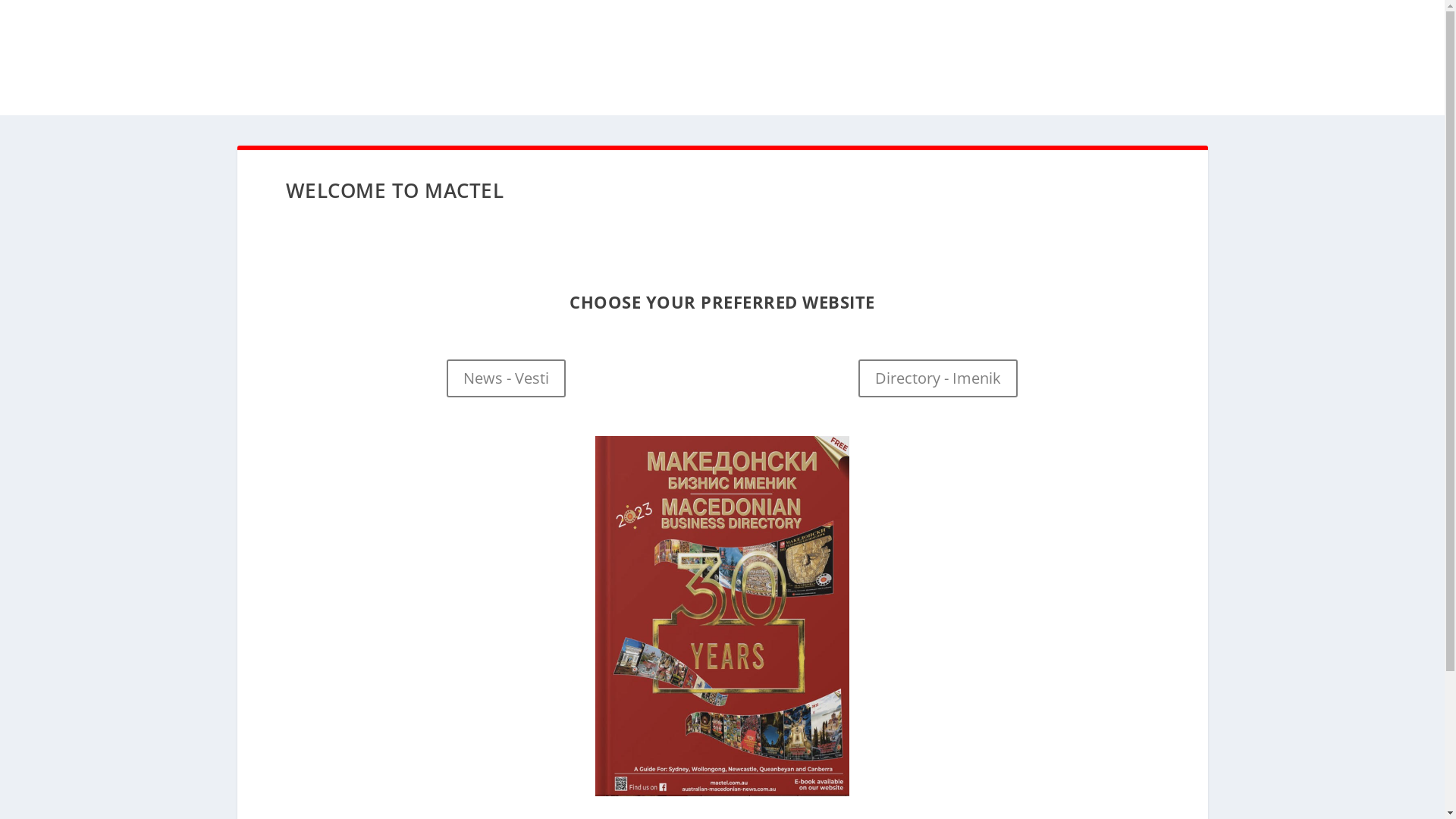 The image size is (1456, 819). What do you see at coordinates (506, 377) in the screenshot?
I see `'News - Vesti'` at bounding box center [506, 377].